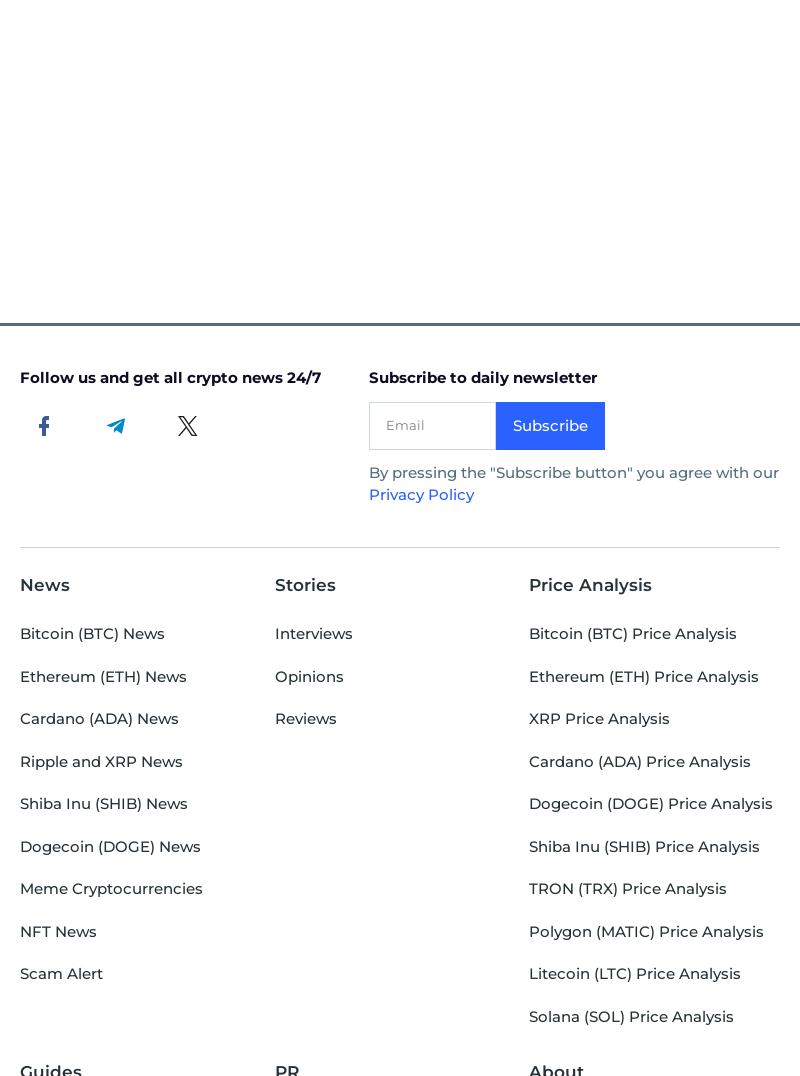 The width and height of the screenshot is (800, 1076). What do you see at coordinates (528, 929) in the screenshot?
I see `'Polygon (MATIC) Price Analysis'` at bounding box center [528, 929].